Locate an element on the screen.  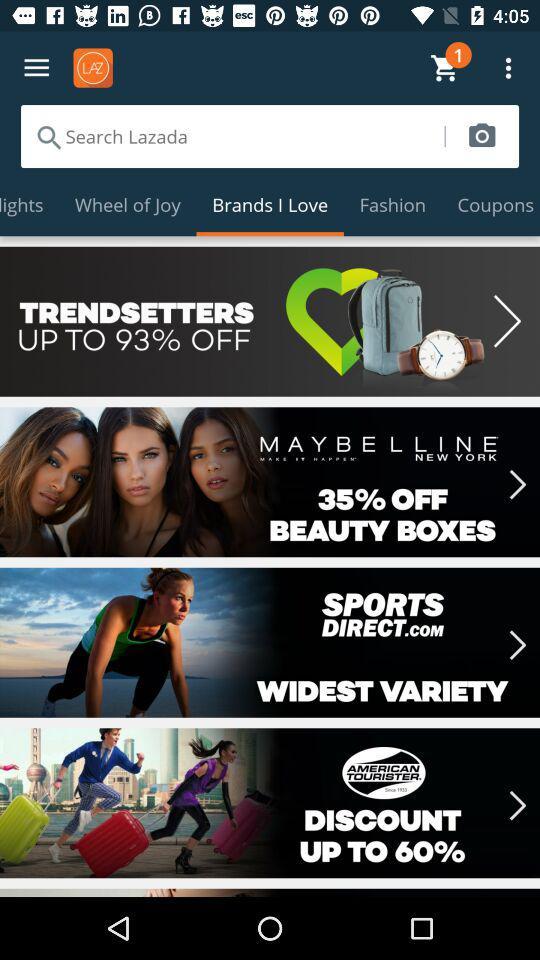
item above the highlights icon is located at coordinates (231, 135).